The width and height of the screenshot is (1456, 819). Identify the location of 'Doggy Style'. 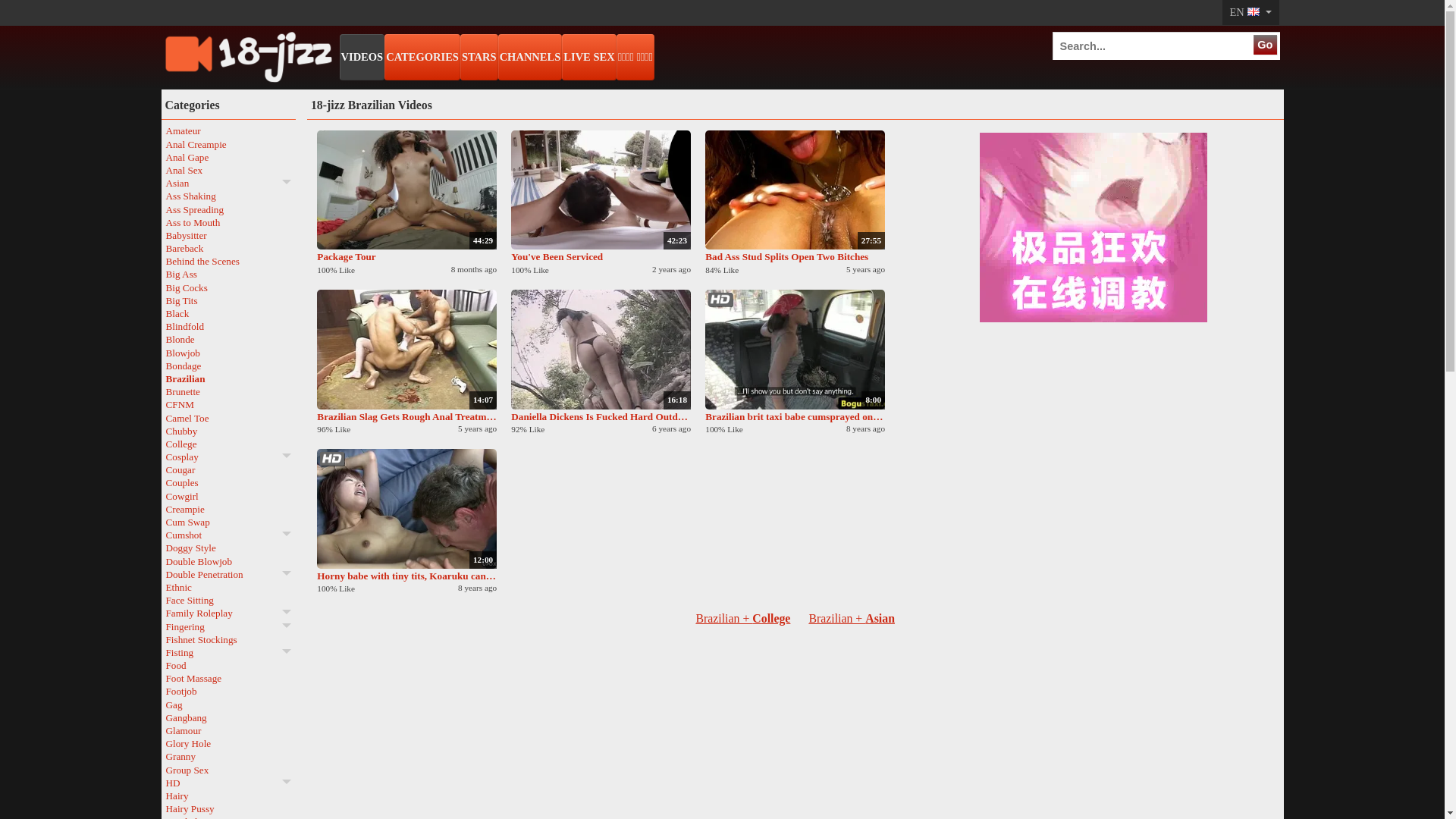
(227, 548).